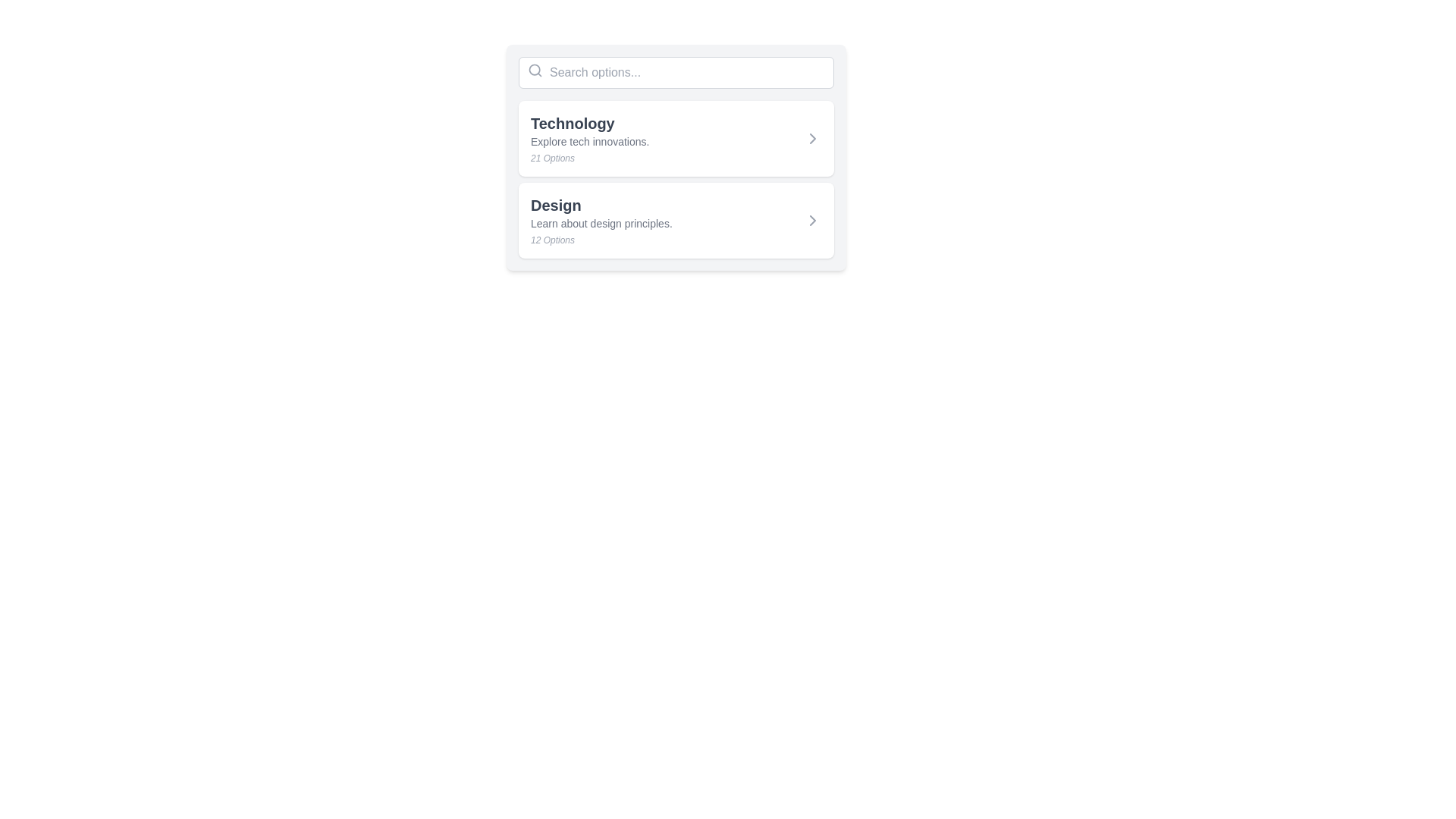 This screenshot has height=819, width=1456. What do you see at coordinates (589, 122) in the screenshot?
I see `the text element displaying 'Technology', which is styled in bold, larger font and medium gray color, positioned prominently at the top left of the interface` at bounding box center [589, 122].